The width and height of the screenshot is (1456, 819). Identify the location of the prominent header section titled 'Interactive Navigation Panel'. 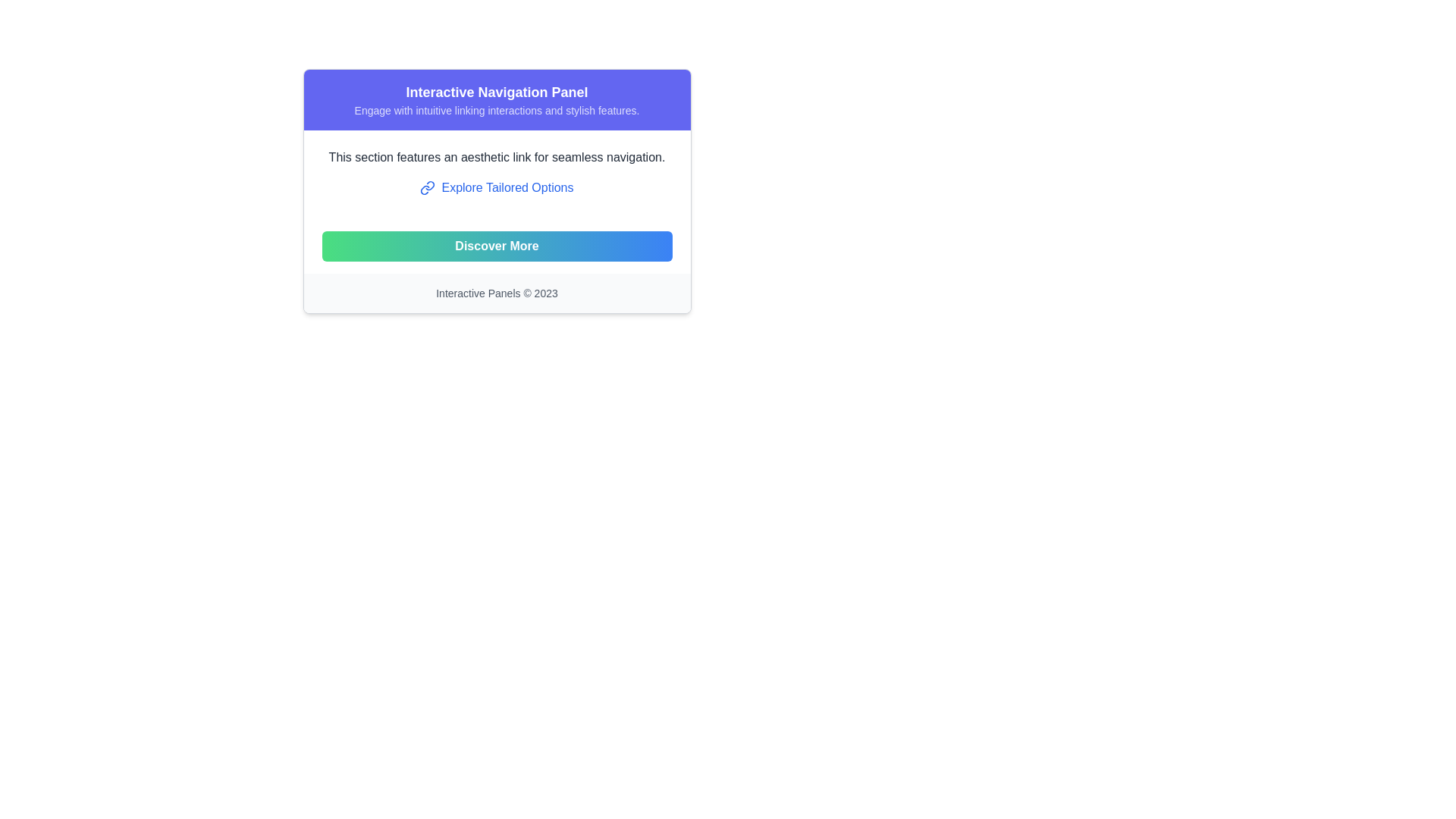
(497, 99).